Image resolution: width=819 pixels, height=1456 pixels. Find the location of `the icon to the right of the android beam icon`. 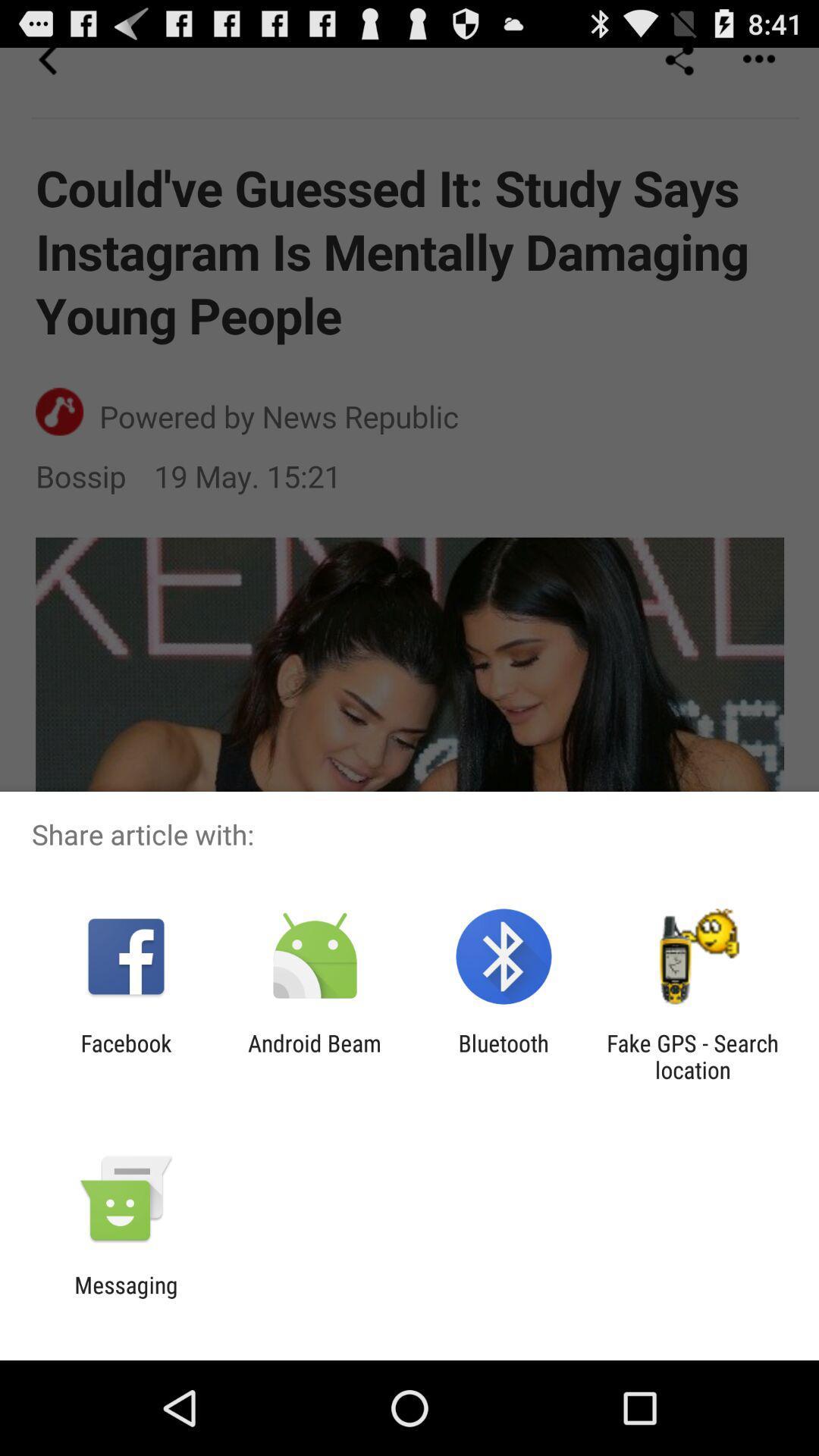

the icon to the right of the android beam icon is located at coordinates (504, 1056).